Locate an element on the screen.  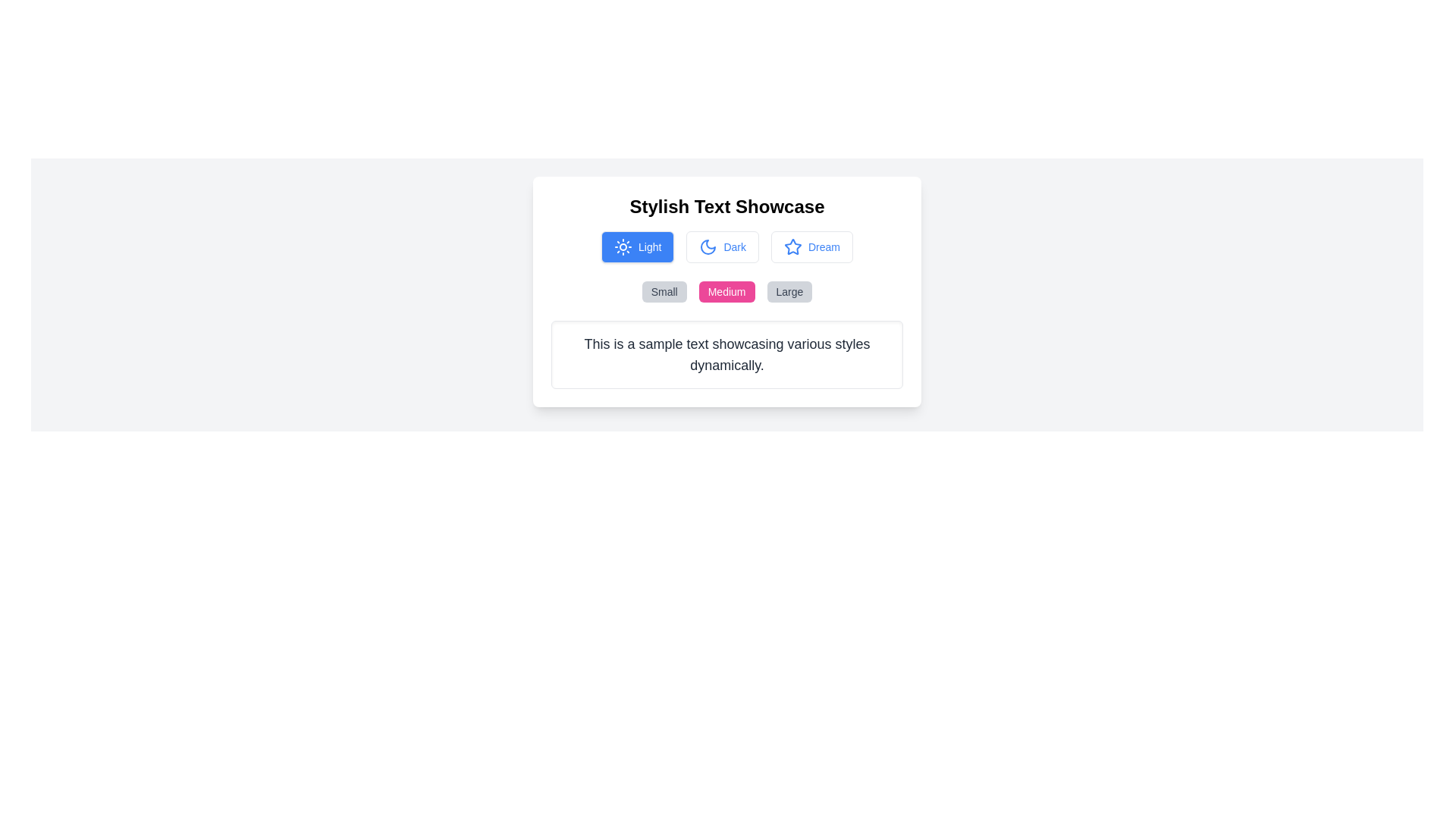
the Decorative Icon, which is a circular icon resembling a sun, located inside the 'Light' button at the top of the interface card is located at coordinates (623, 246).